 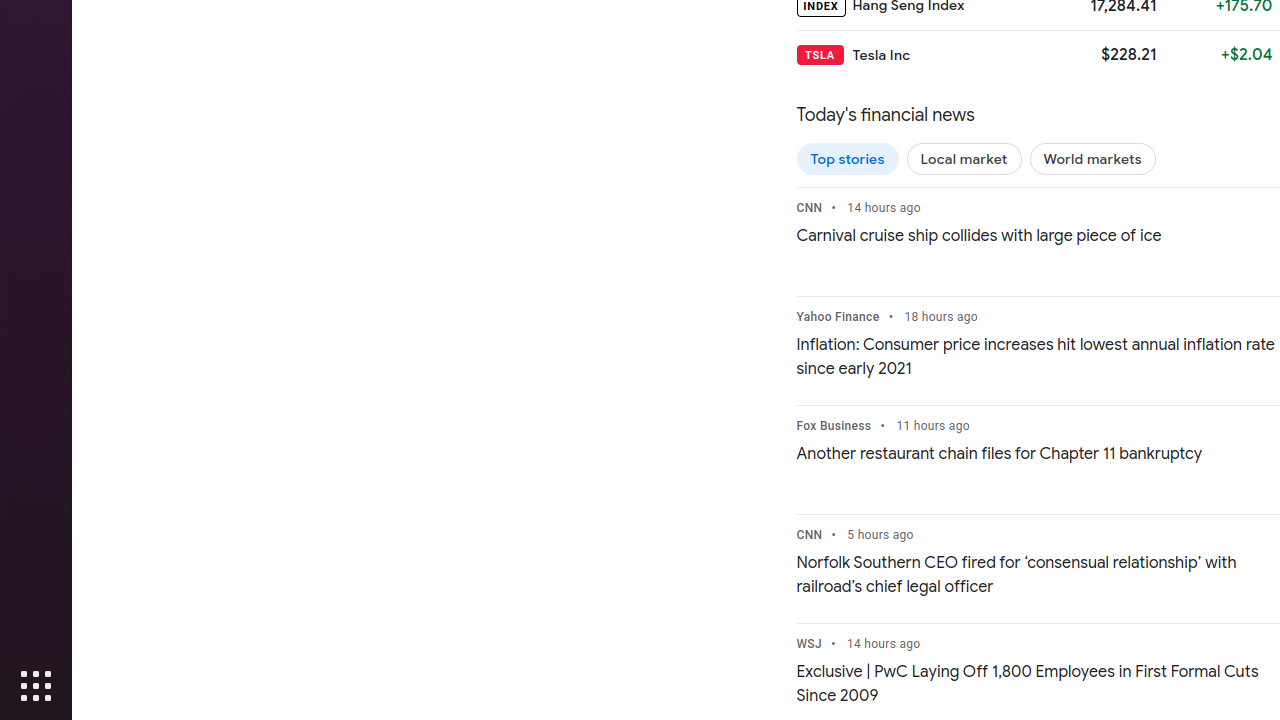 I want to click on 'Show Applications', so click(x=35, y=685).